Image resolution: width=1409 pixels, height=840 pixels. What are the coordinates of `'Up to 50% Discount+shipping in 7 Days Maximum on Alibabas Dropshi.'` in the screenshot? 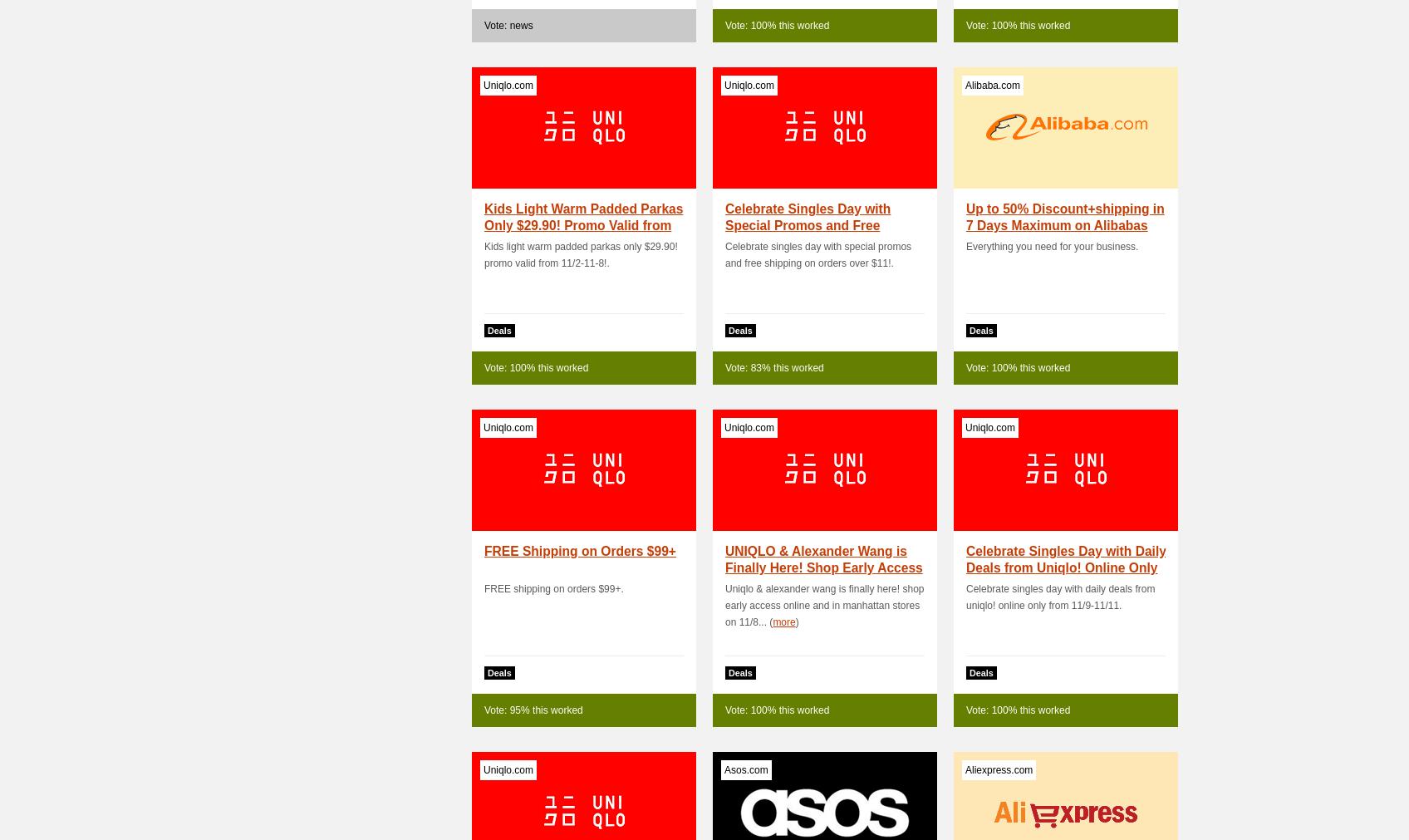 It's located at (1065, 225).